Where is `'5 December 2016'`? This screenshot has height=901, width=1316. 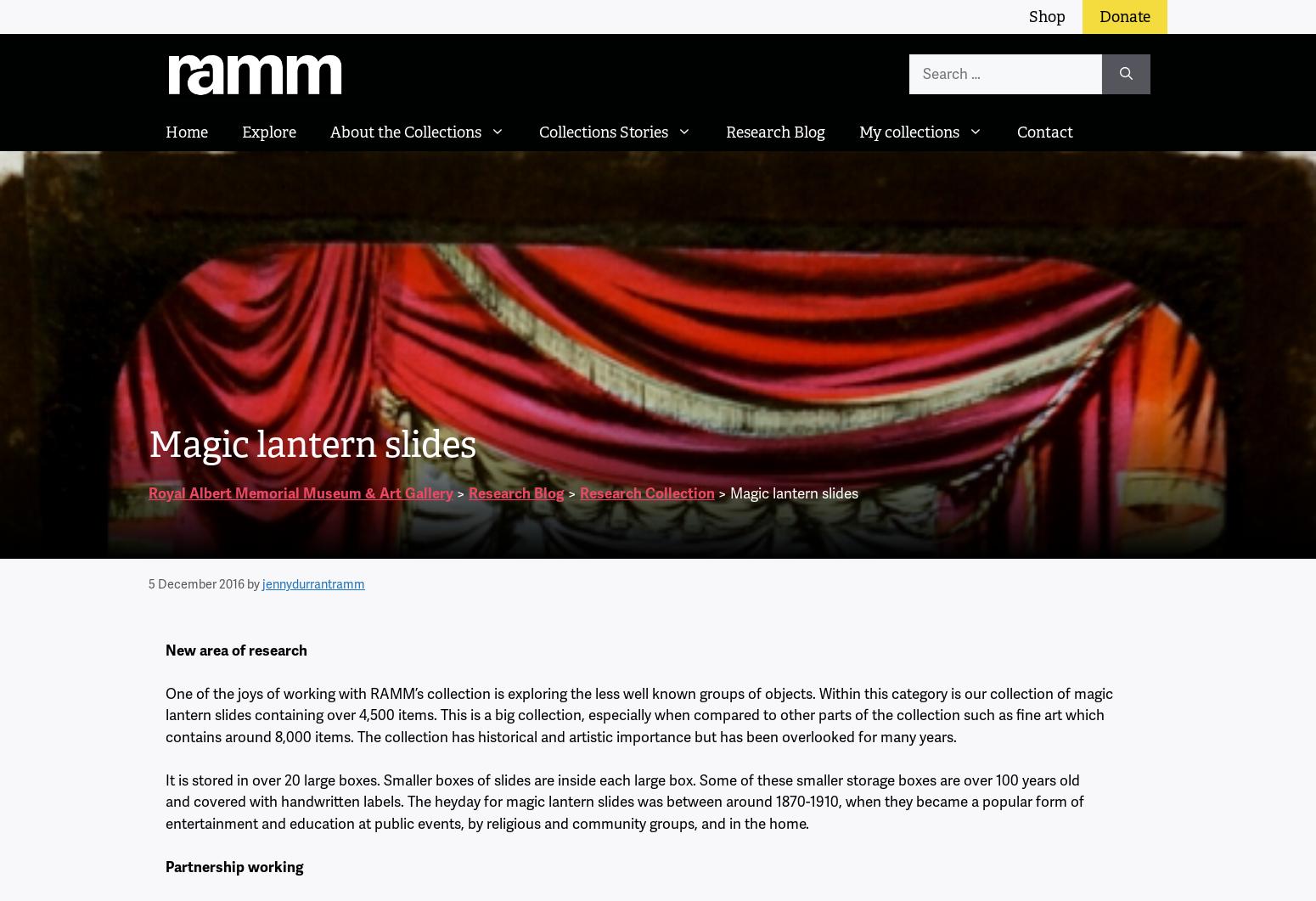
'5 December 2016' is located at coordinates (147, 583).